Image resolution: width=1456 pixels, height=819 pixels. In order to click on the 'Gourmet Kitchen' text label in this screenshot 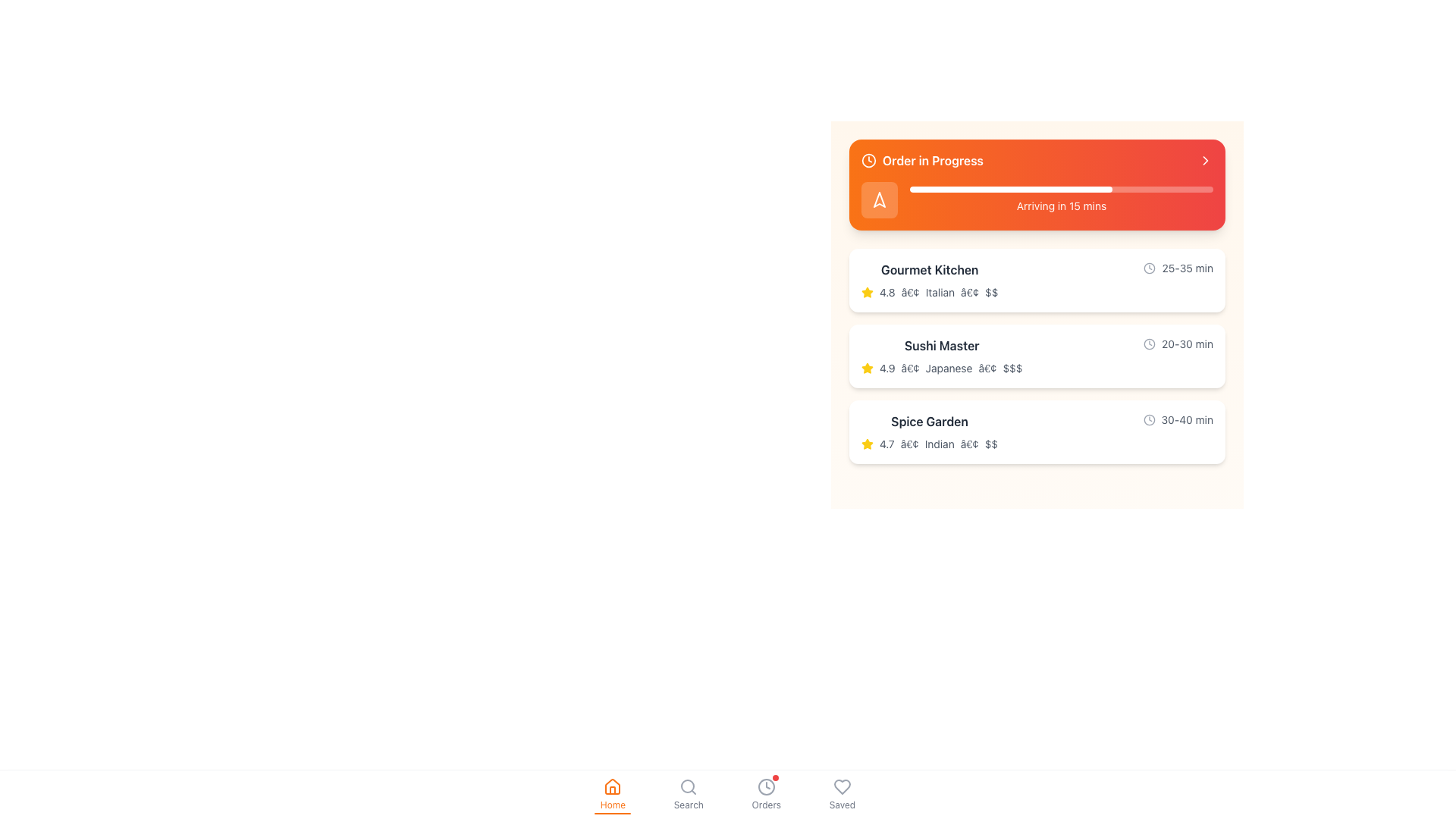, I will do `click(929, 268)`.